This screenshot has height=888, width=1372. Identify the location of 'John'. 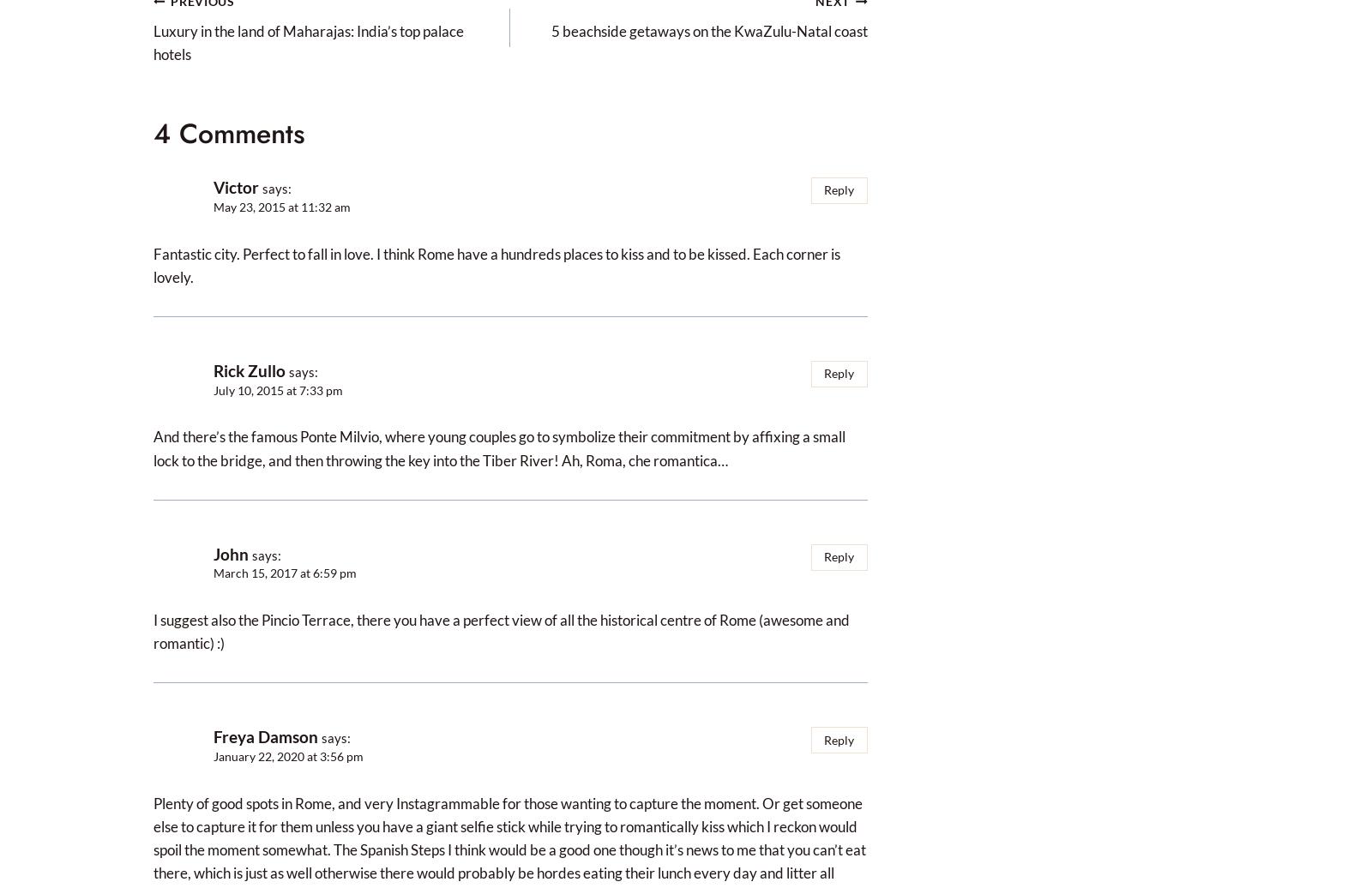
(231, 553).